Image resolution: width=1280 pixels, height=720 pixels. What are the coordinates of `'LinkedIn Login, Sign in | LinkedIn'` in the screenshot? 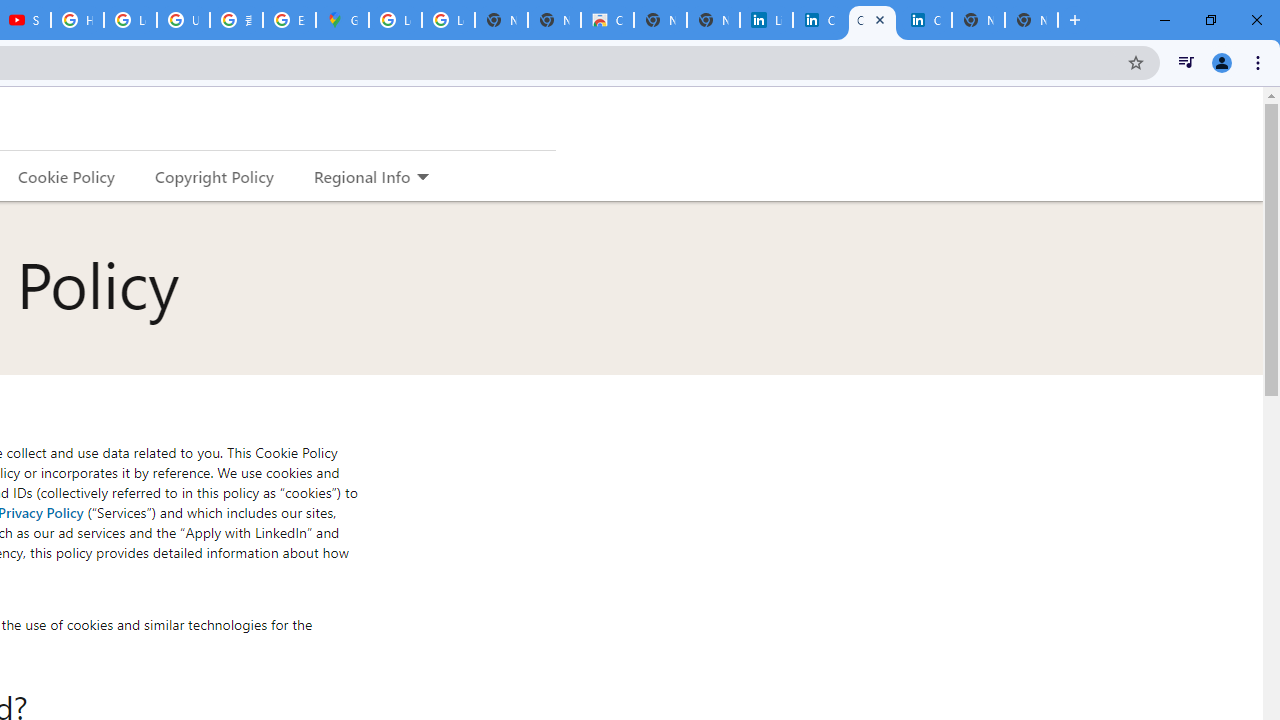 It's located at (765, 20).